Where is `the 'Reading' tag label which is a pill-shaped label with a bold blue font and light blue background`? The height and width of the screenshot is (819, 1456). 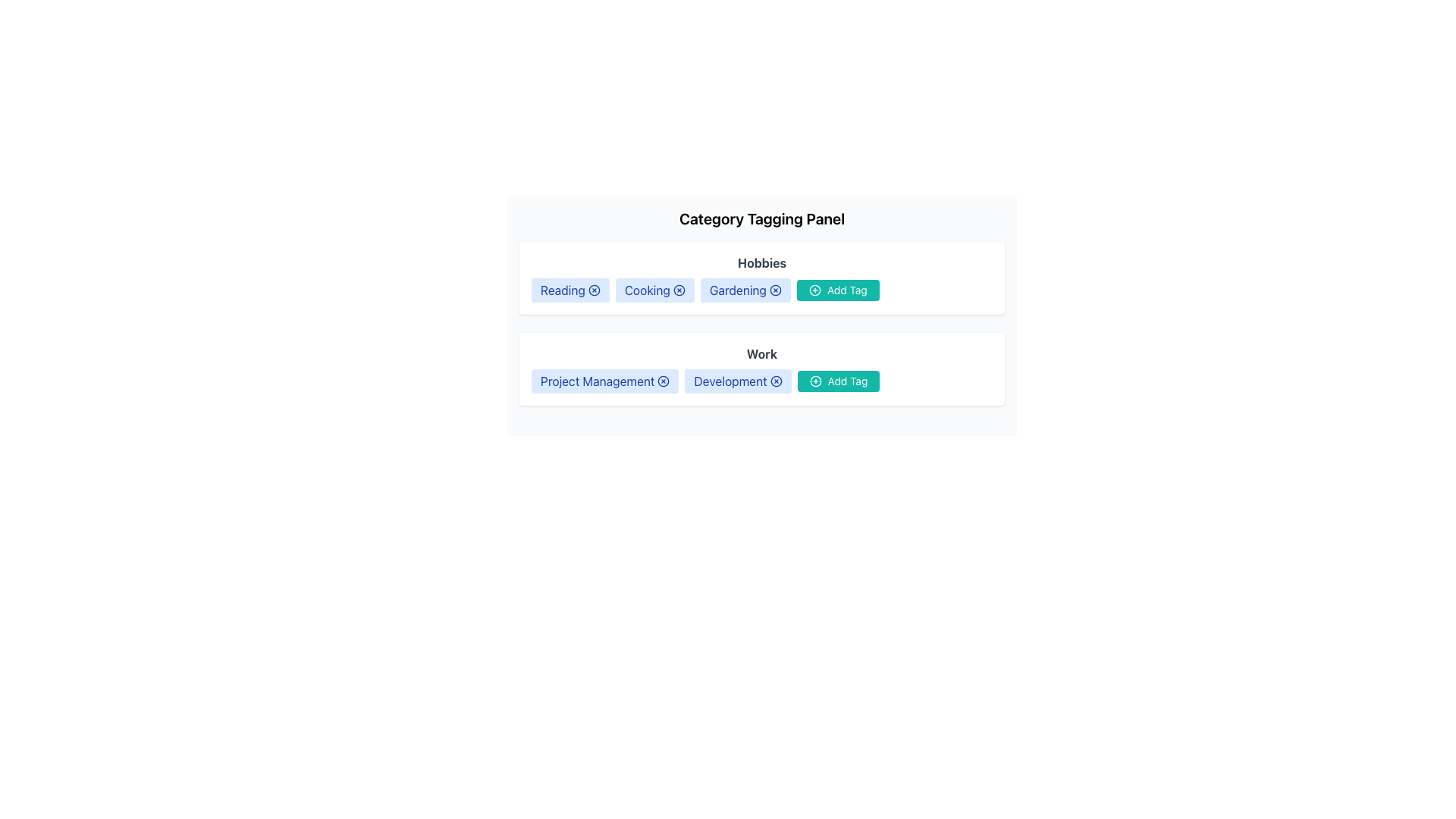
the 'Reading' tag label which is a pill-shaped label with a bold blue font and light blue background is located at coordinates (570, 290).